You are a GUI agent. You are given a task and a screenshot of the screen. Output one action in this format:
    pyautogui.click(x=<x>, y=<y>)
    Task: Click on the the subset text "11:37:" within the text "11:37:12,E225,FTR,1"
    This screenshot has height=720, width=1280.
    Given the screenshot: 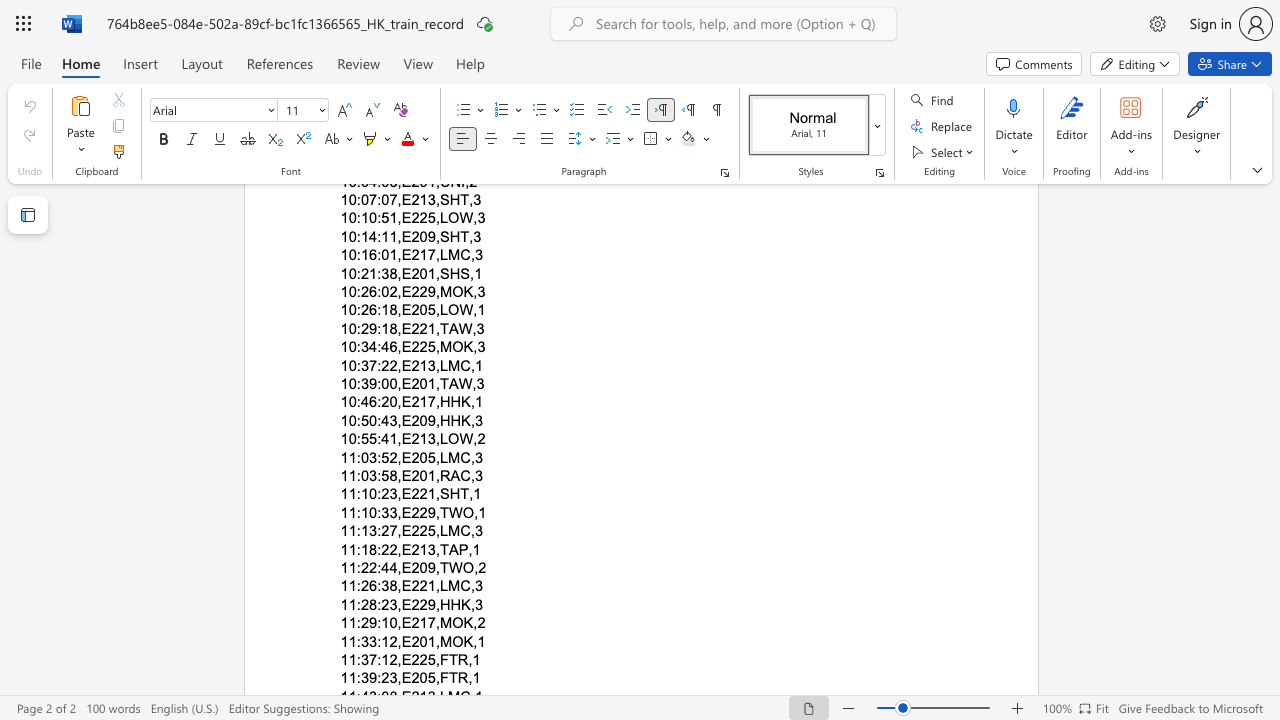 What is the action you would take?
    pyautogui.click(x=340, y=660)
    